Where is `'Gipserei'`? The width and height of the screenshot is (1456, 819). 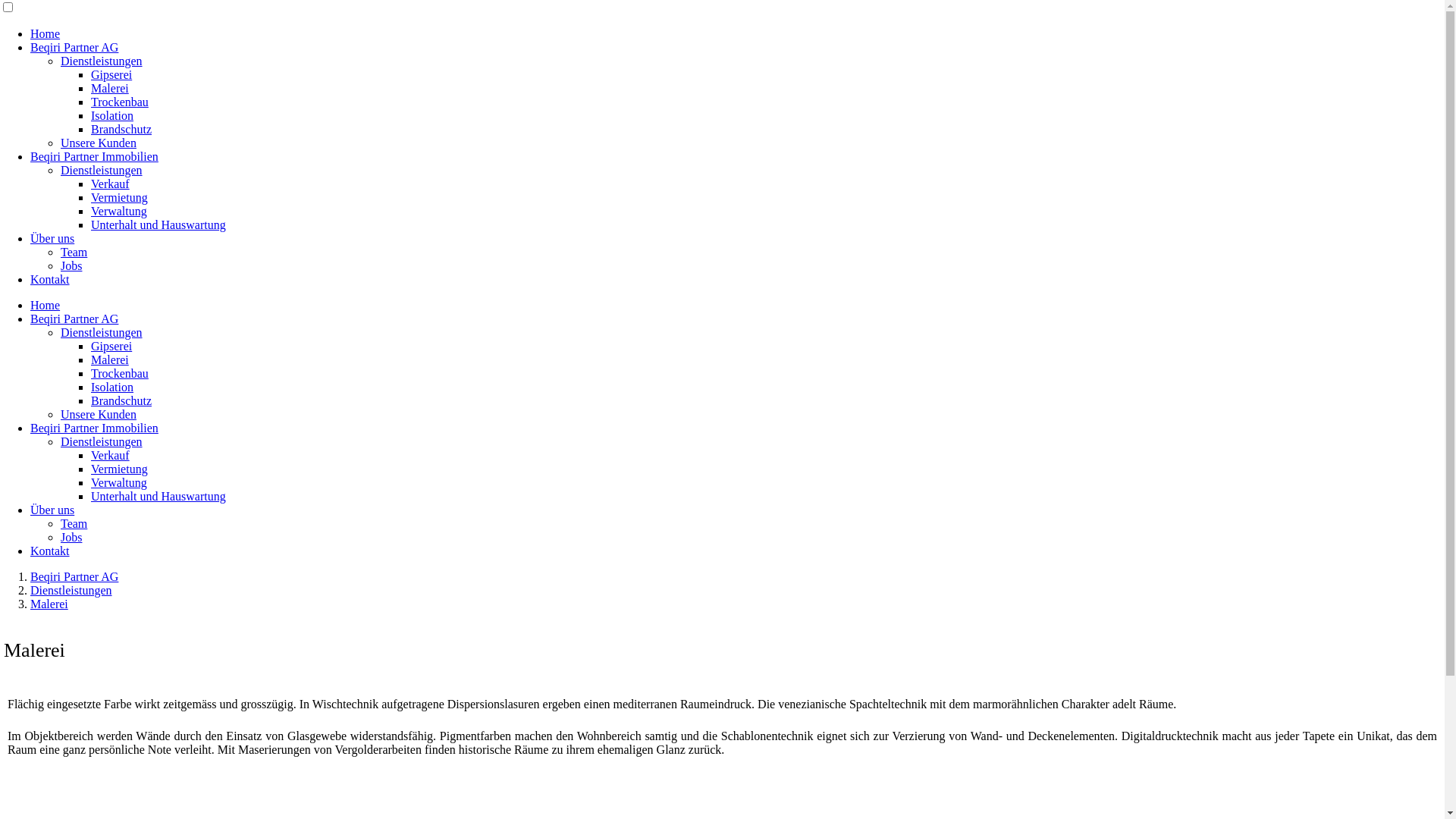
'Gipserei' is located at coordinates (90, 74).